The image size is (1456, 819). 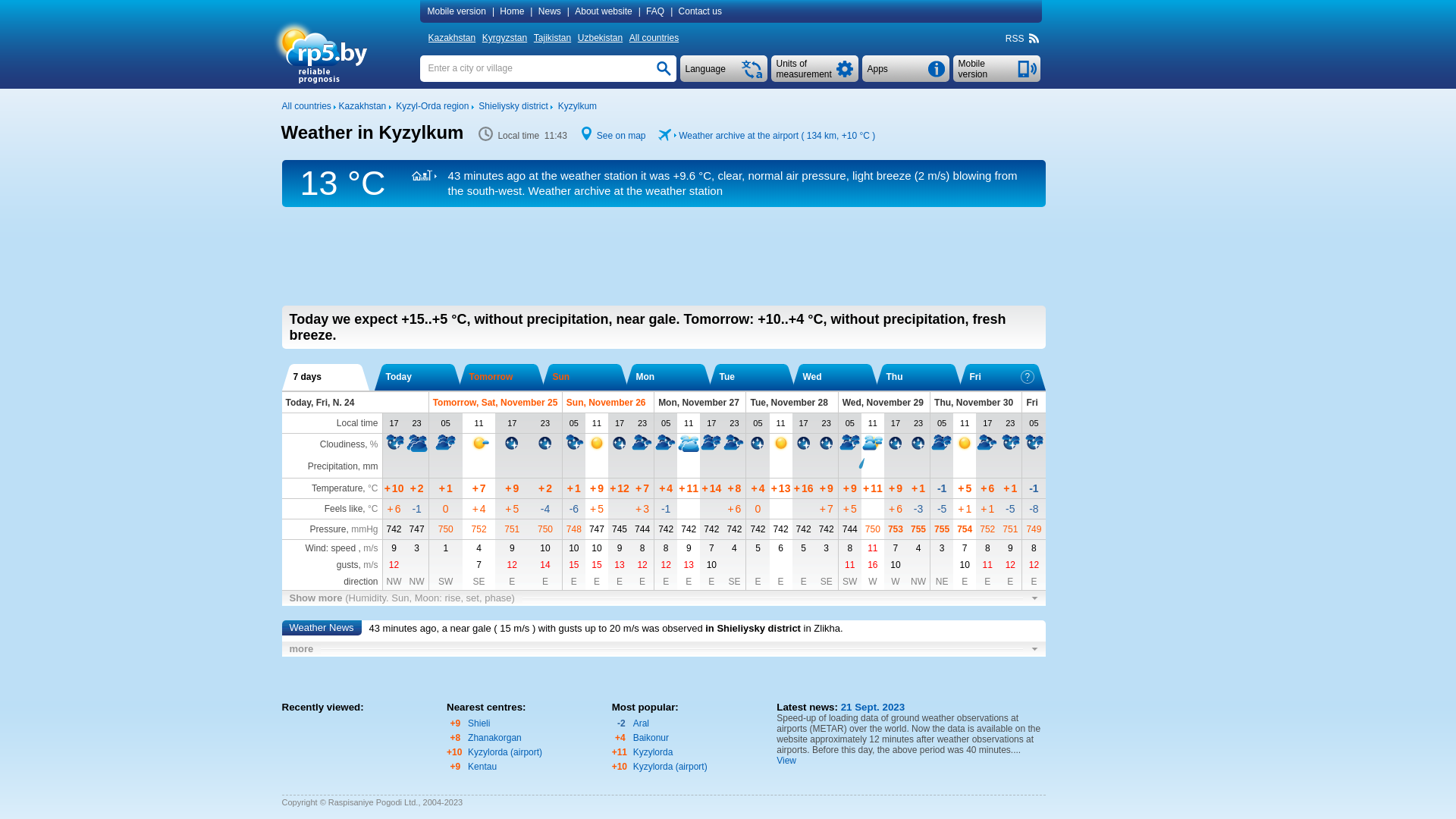 I want to click on 'Zhanakorgan', so click(x=494, y=736).